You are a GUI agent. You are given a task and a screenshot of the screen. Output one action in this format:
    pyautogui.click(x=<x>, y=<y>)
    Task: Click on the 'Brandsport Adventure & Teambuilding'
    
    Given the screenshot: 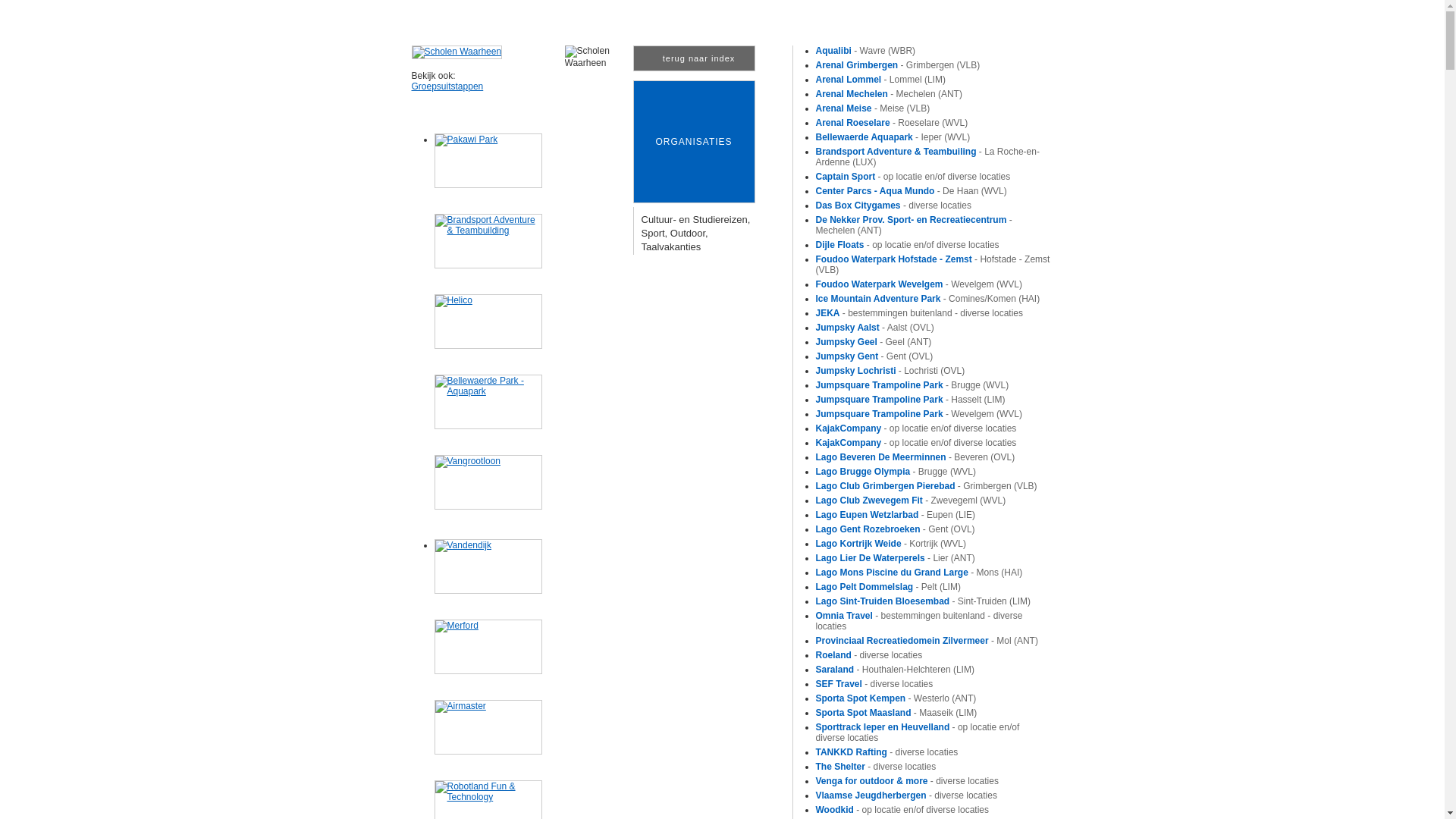 What is the action you would take?
    pyautogui.click(x=488, y=240)
    